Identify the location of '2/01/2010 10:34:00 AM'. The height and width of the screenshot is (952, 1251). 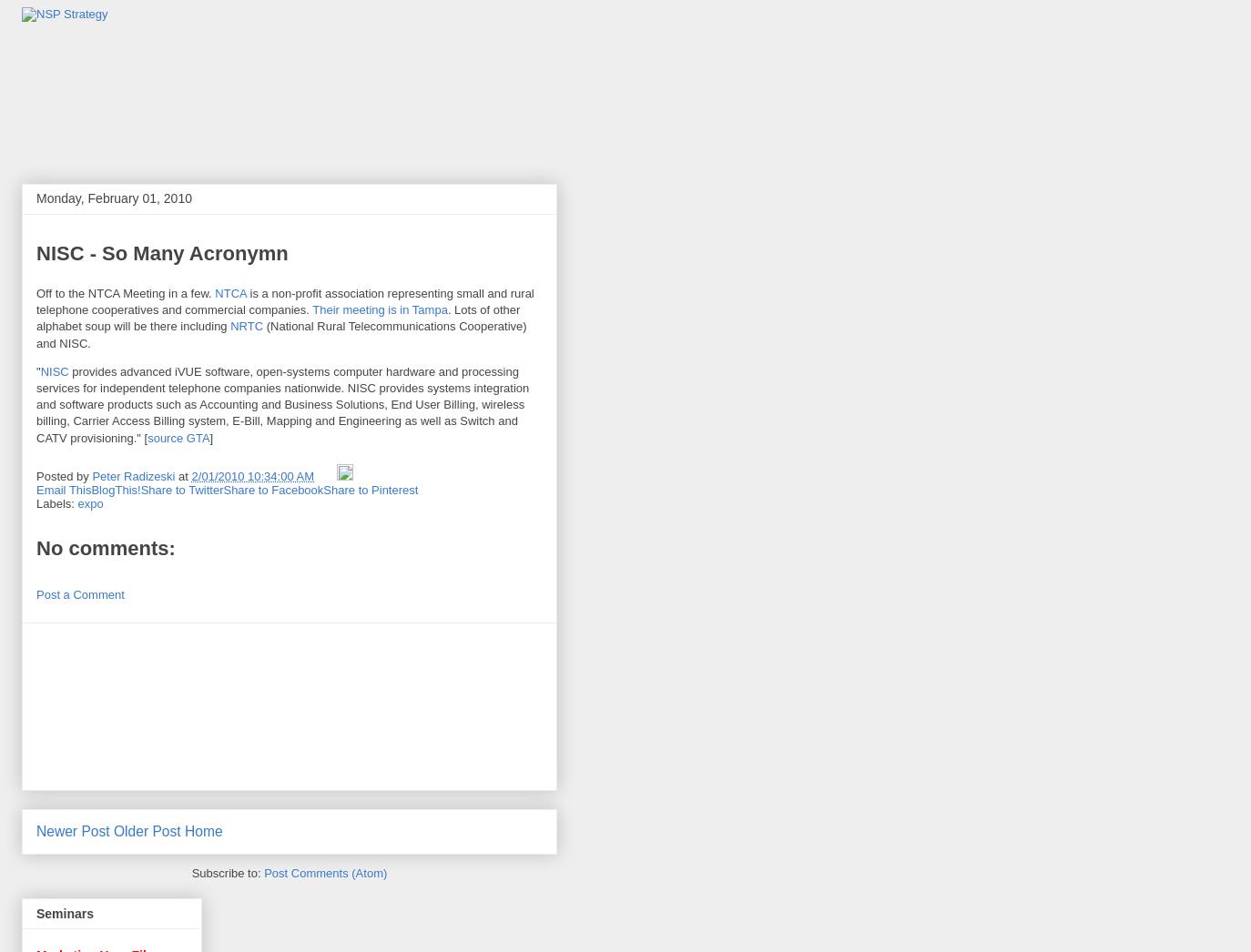
(251, 476).